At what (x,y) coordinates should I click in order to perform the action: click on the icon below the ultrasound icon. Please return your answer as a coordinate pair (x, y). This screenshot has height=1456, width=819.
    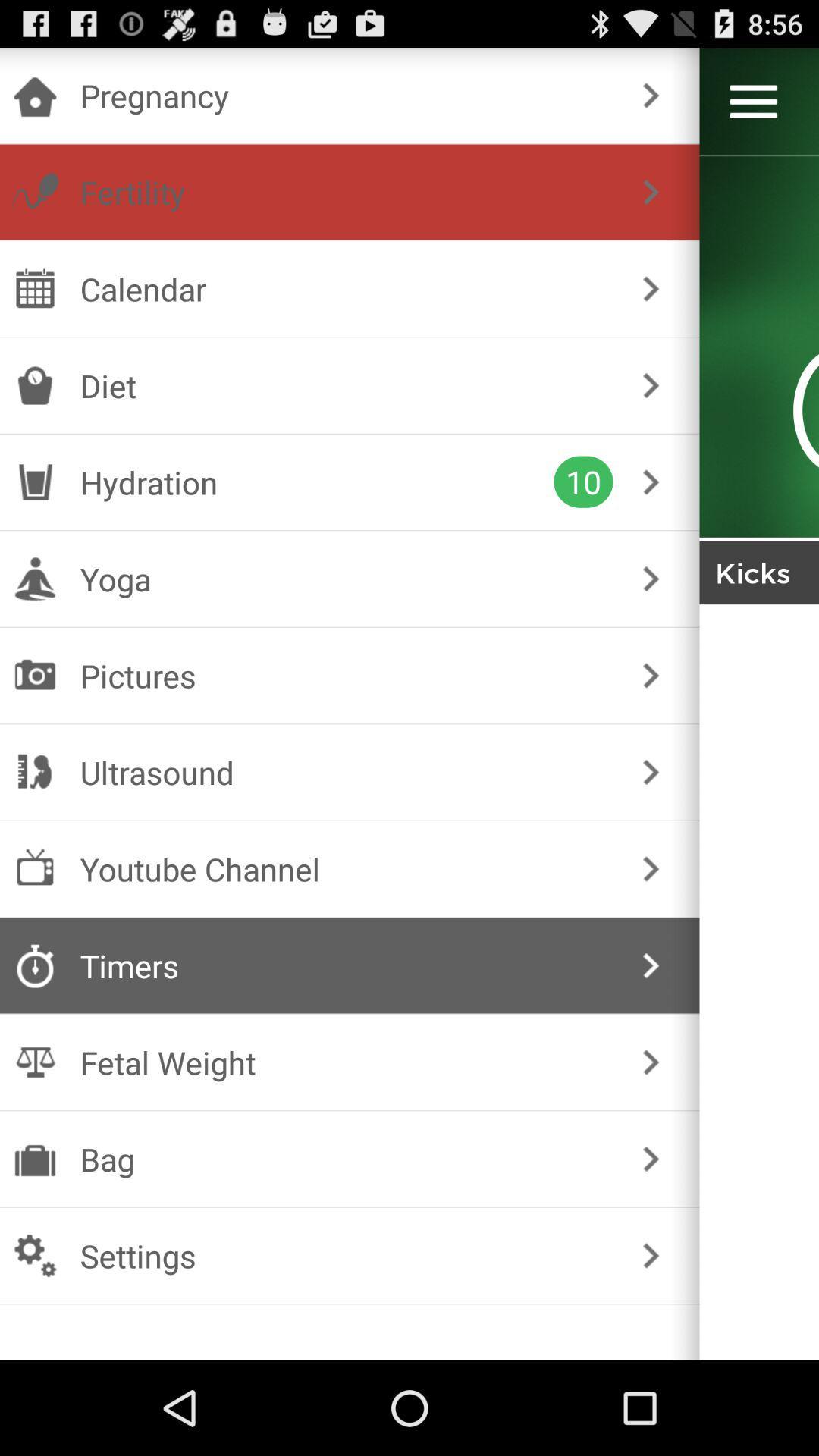
    Looking at the image, I should click on (347, 869).